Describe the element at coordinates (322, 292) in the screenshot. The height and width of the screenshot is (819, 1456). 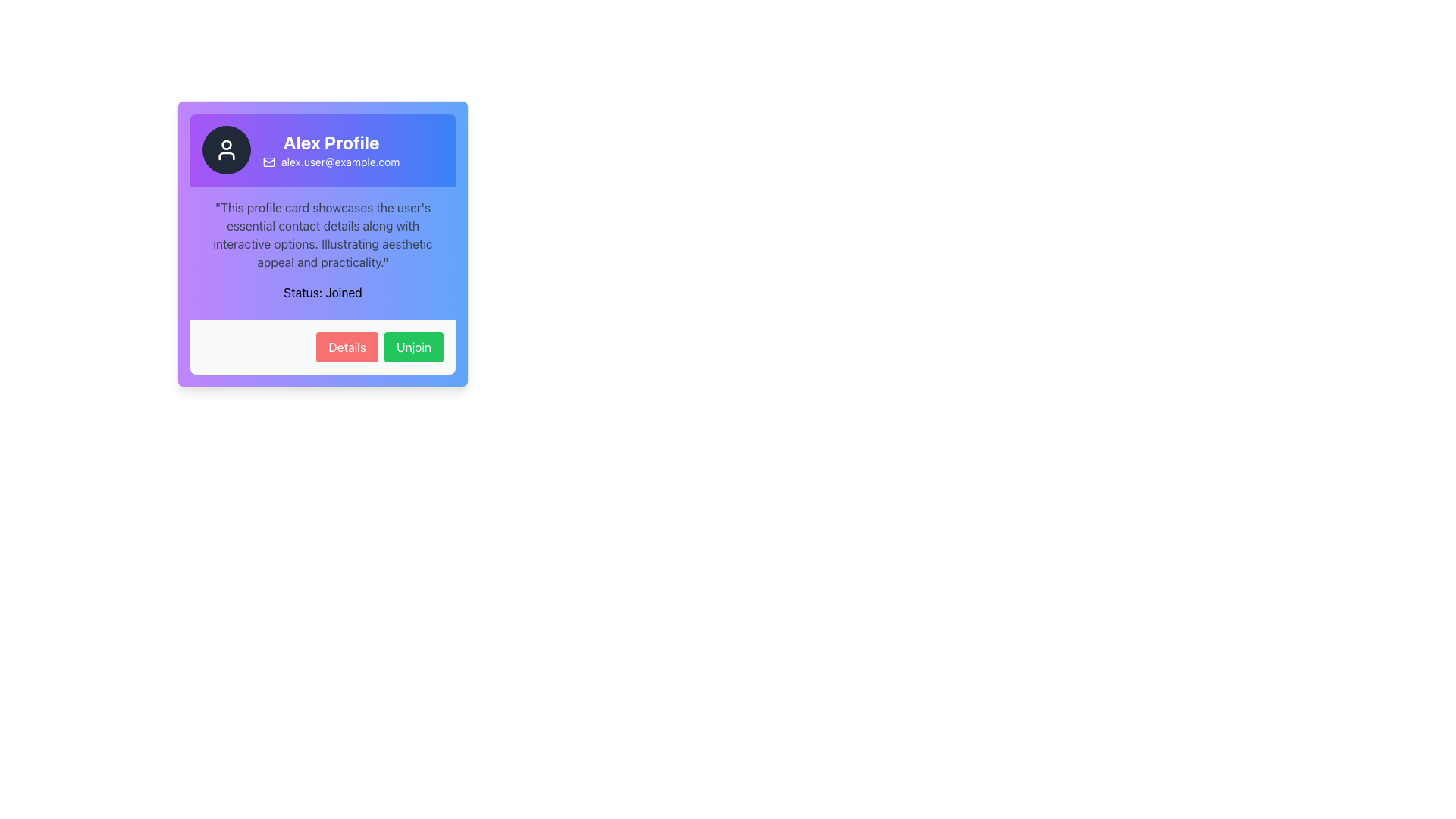
I see `the text label displaying 'Status: Joined', which is highlighted in green and centered within its card structure` at that location.